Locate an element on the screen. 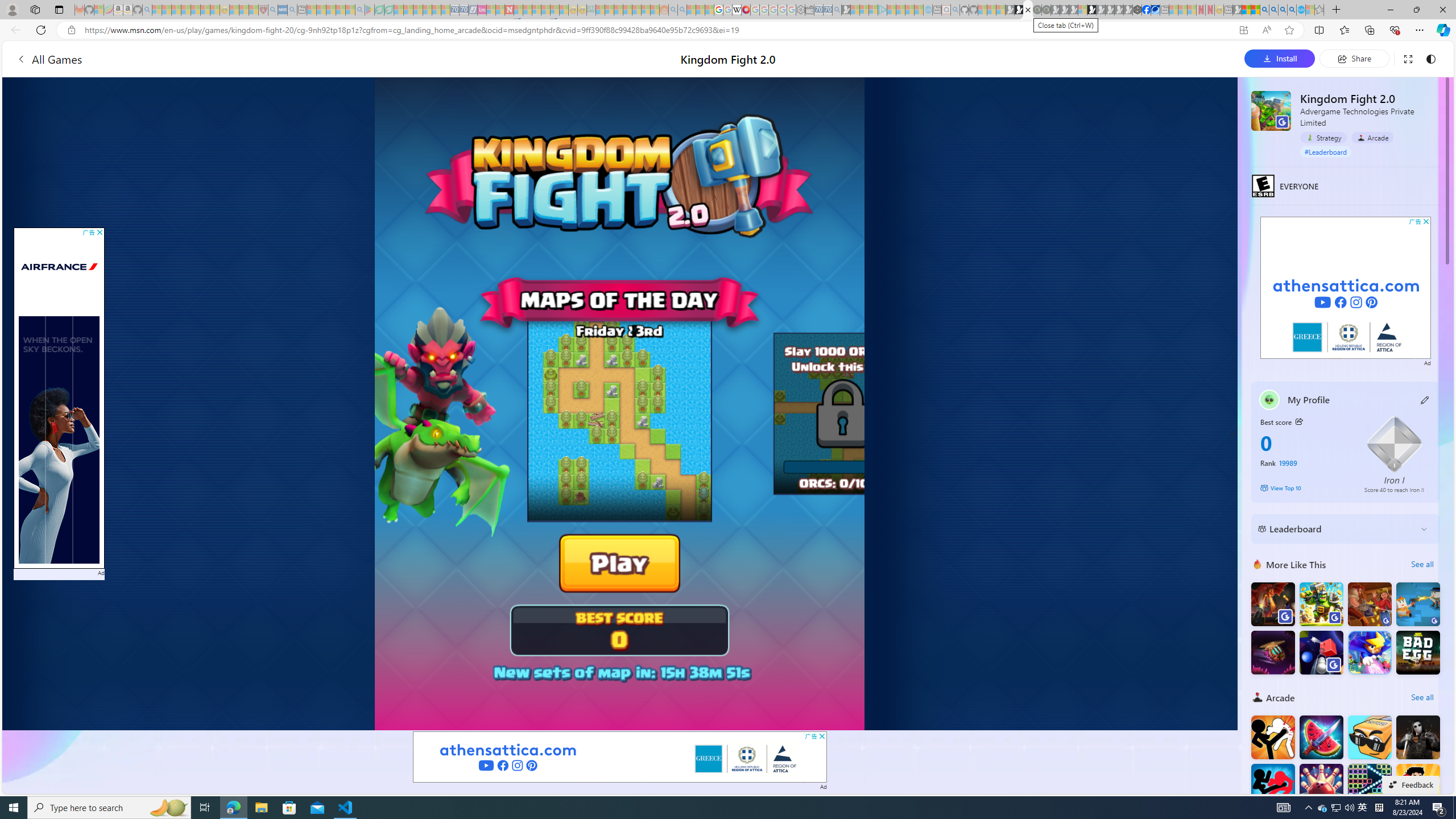  'Arcade' is located at coordinates (1372, 137).